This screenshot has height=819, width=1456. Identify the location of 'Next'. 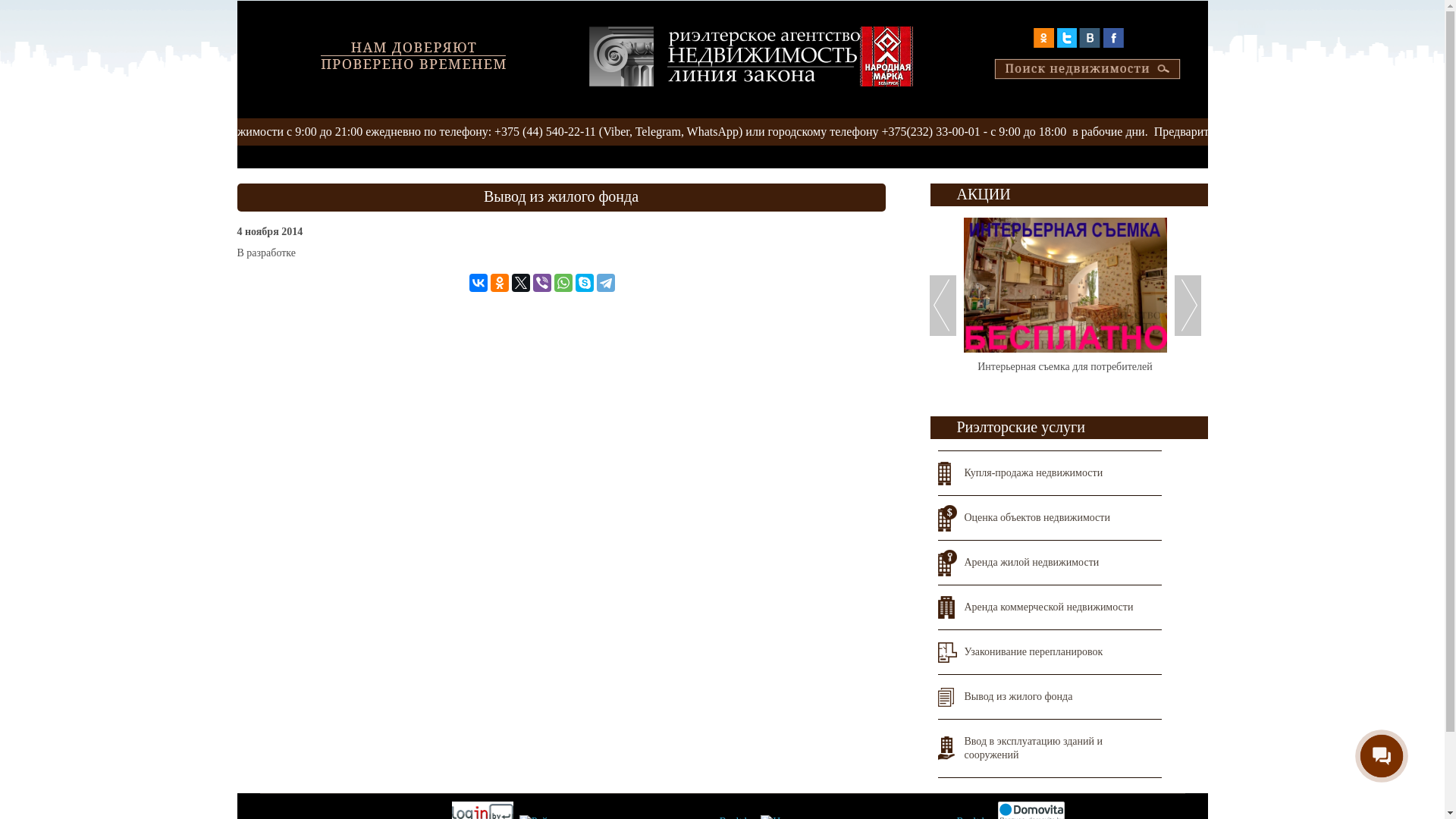
(1186, 305).